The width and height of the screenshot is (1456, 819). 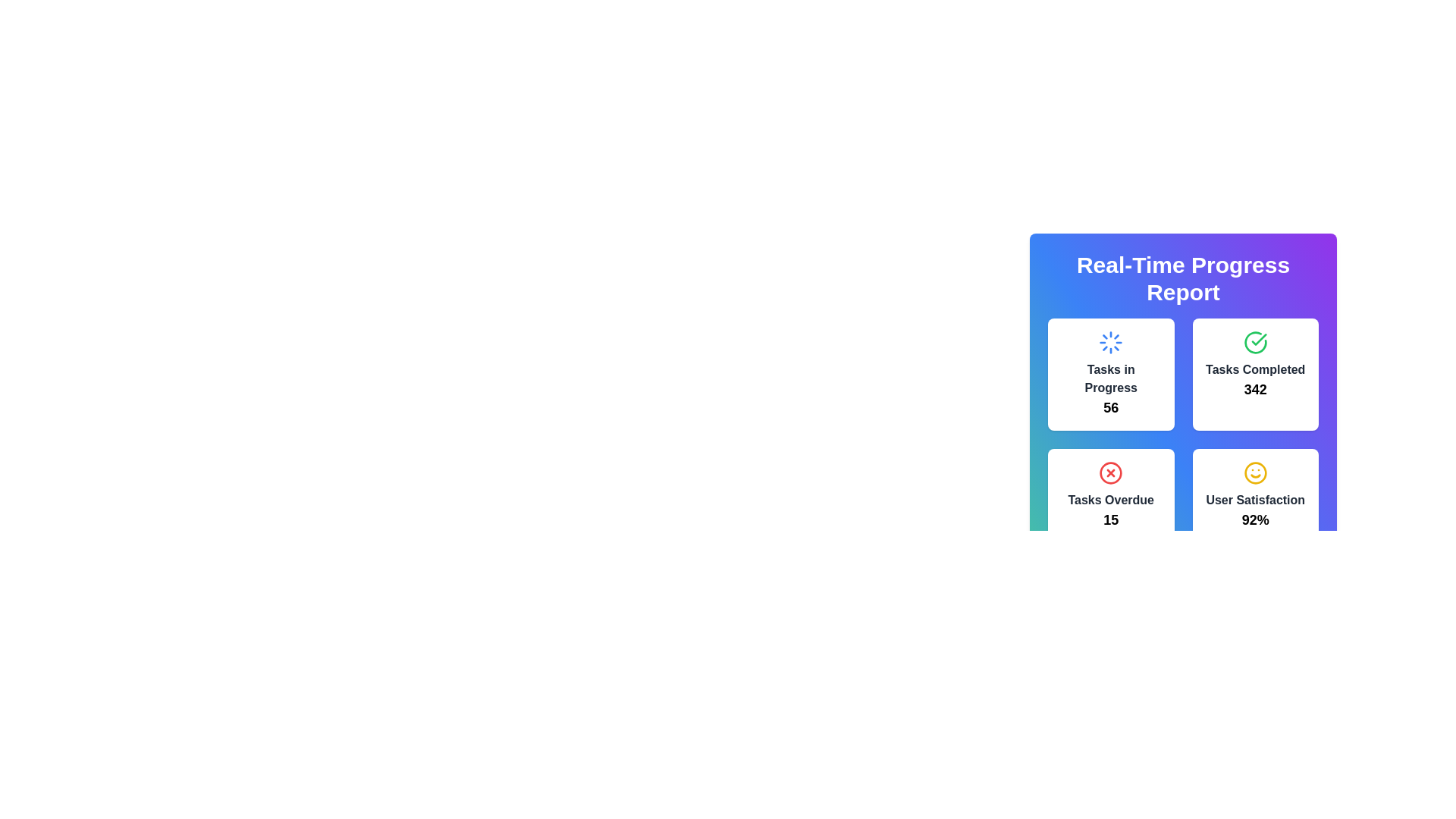 What do you see at coordinates (1111, 378) in the screenshot?
I see `the Text label indicating 'Tasks in Progress' located in the upper-left card of a grid, inside a white rounded shadowed box` at bounding box center [1111, 378].